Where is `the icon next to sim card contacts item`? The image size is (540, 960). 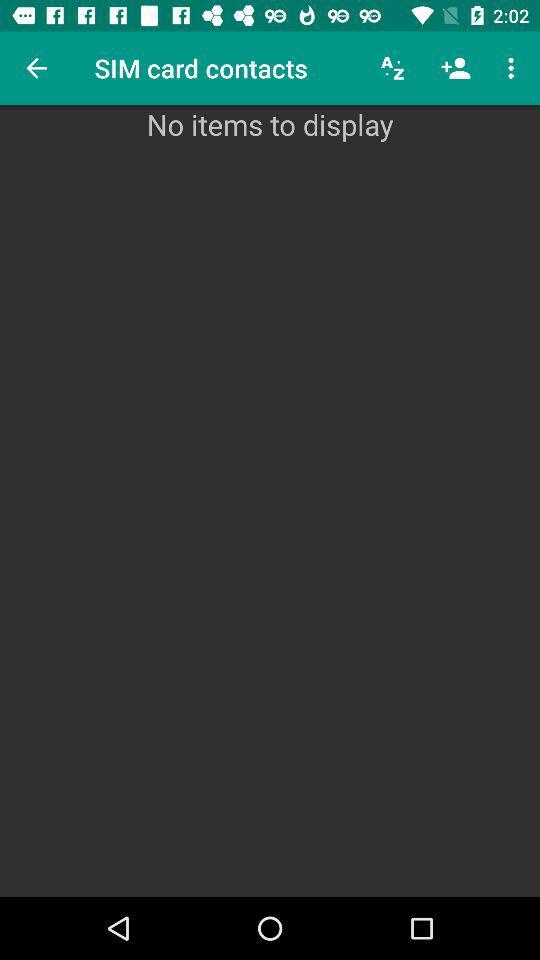
the icon next to sim card contacts item is located at coordinates (36, 68).